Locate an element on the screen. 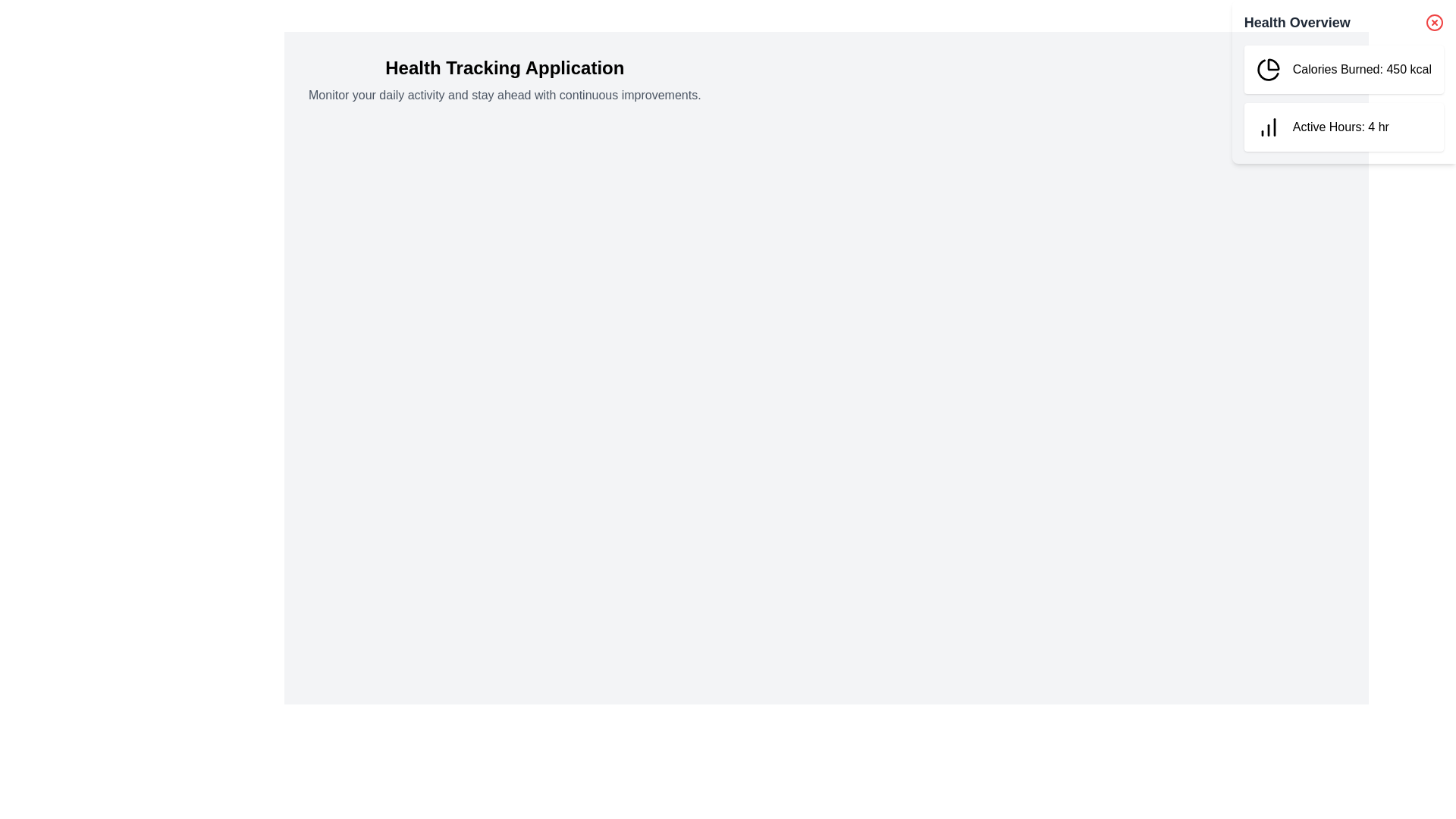 The image size is (1456, 819). the 'Active Hours' icon located in the 'Health Overview' panel, positioned to the left of the text 'Active Hours: 4 hr' is located at coordinates (1268, 127).